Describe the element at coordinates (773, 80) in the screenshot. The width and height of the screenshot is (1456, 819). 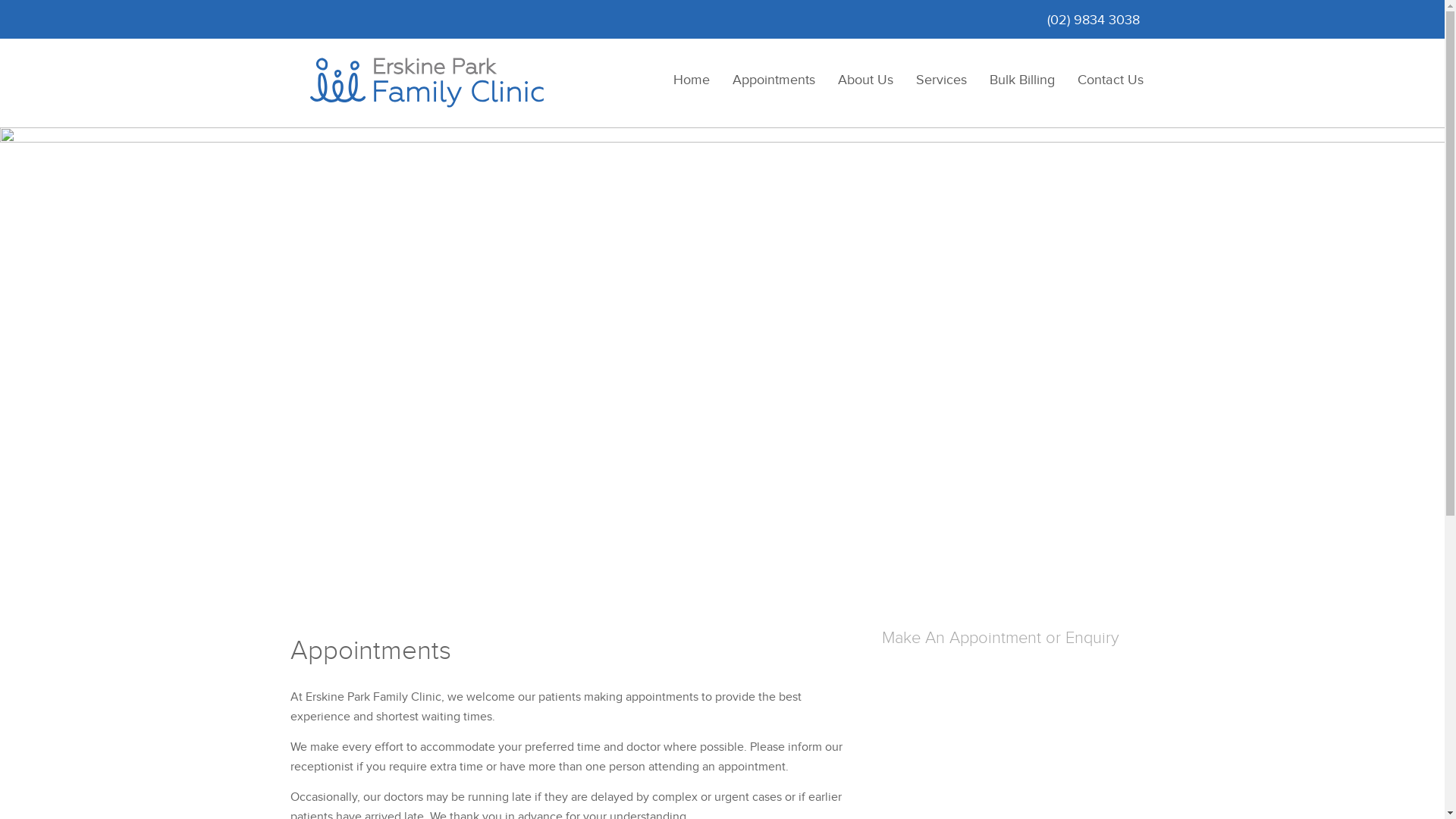
I see `'Appointments'` at that location.